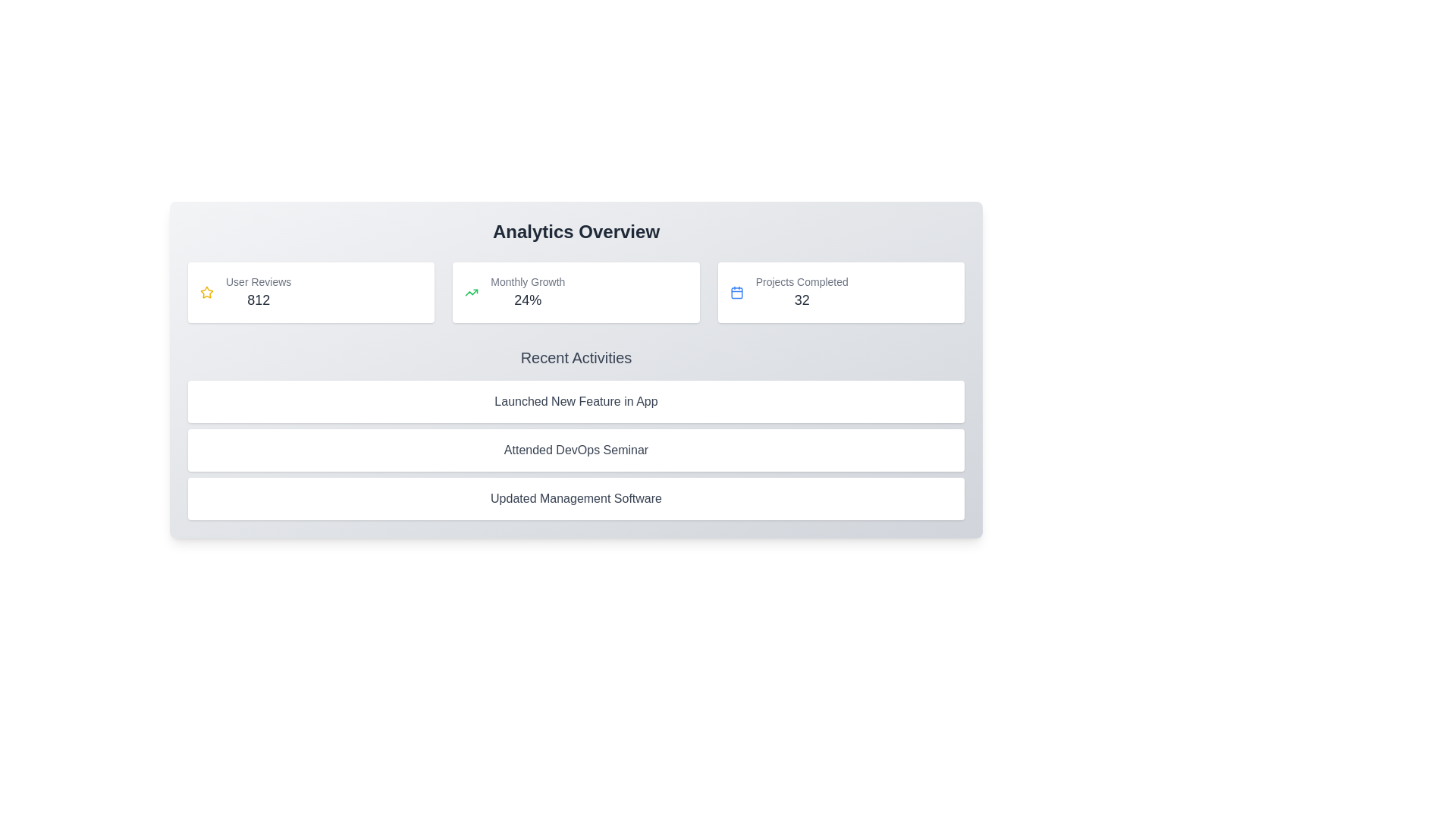  What do you see at coordinates (528, 281) in the screenshot?
I see `the association of the label that titles the metric value '24%' displayed below it, which is located in a rectangular card centered` at bounding box center [528, 281].